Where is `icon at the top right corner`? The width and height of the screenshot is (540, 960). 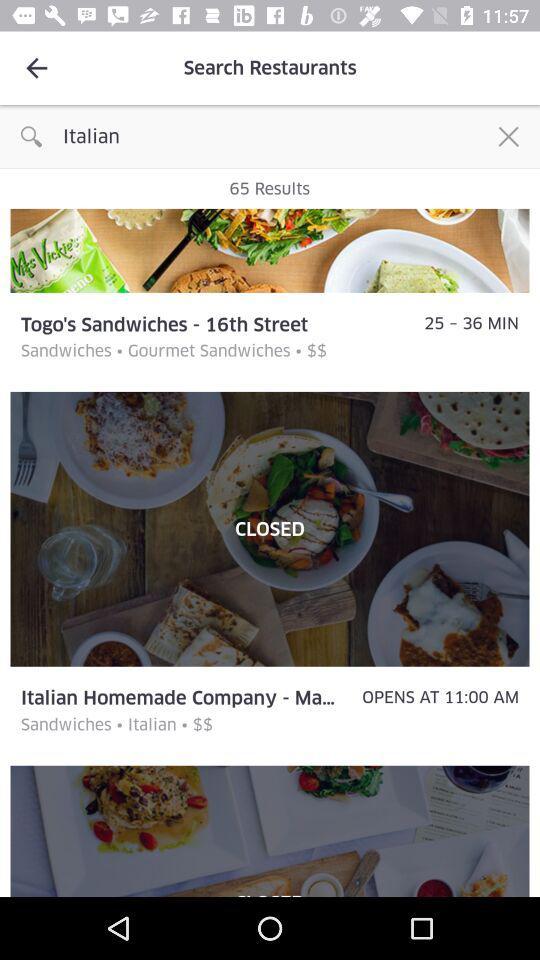
icon at the top right corner is located at coordinates (508, 135).